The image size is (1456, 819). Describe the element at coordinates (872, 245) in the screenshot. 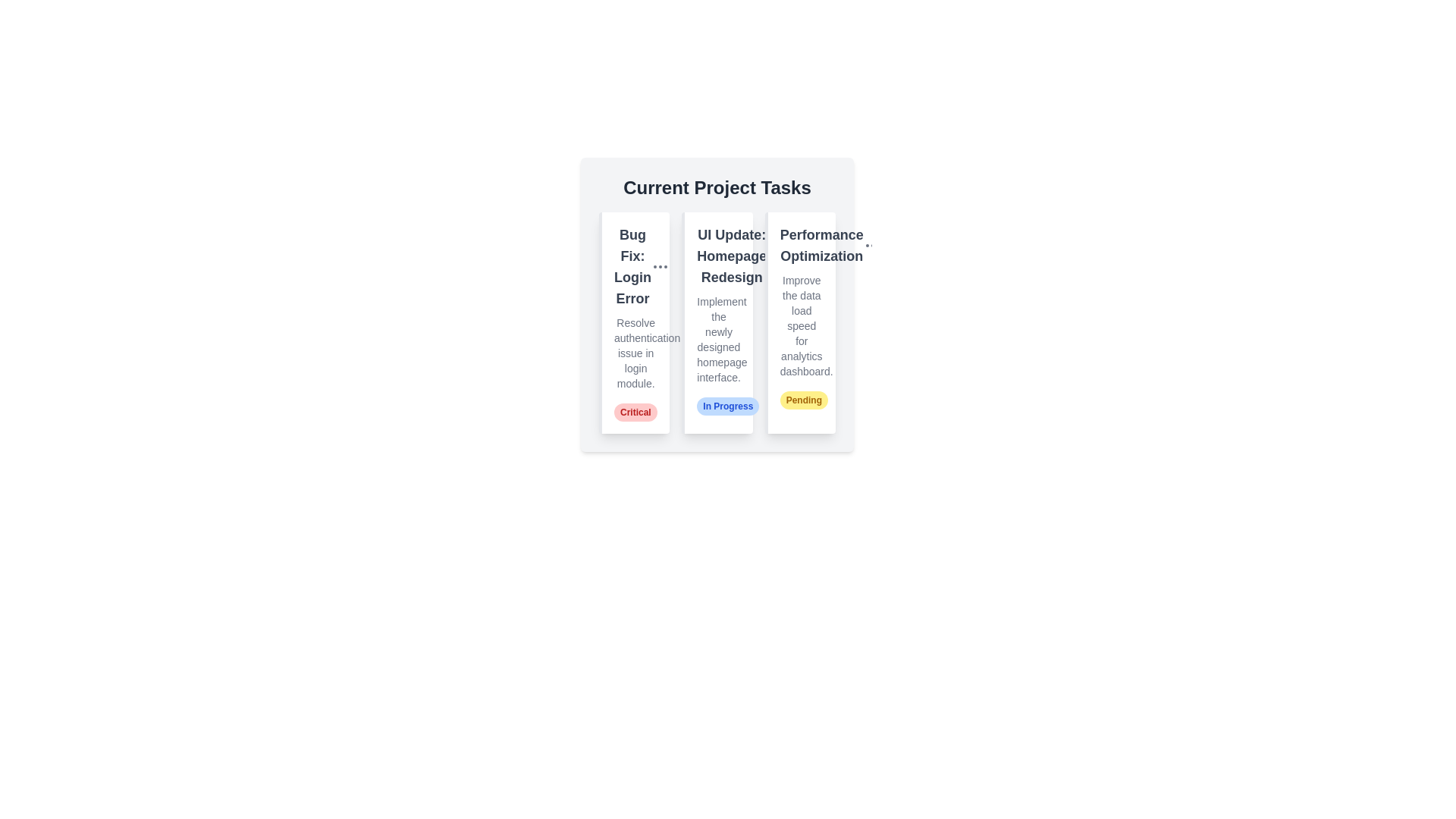

I see `options button for the task titled 'Performance Optimization'` at that location.